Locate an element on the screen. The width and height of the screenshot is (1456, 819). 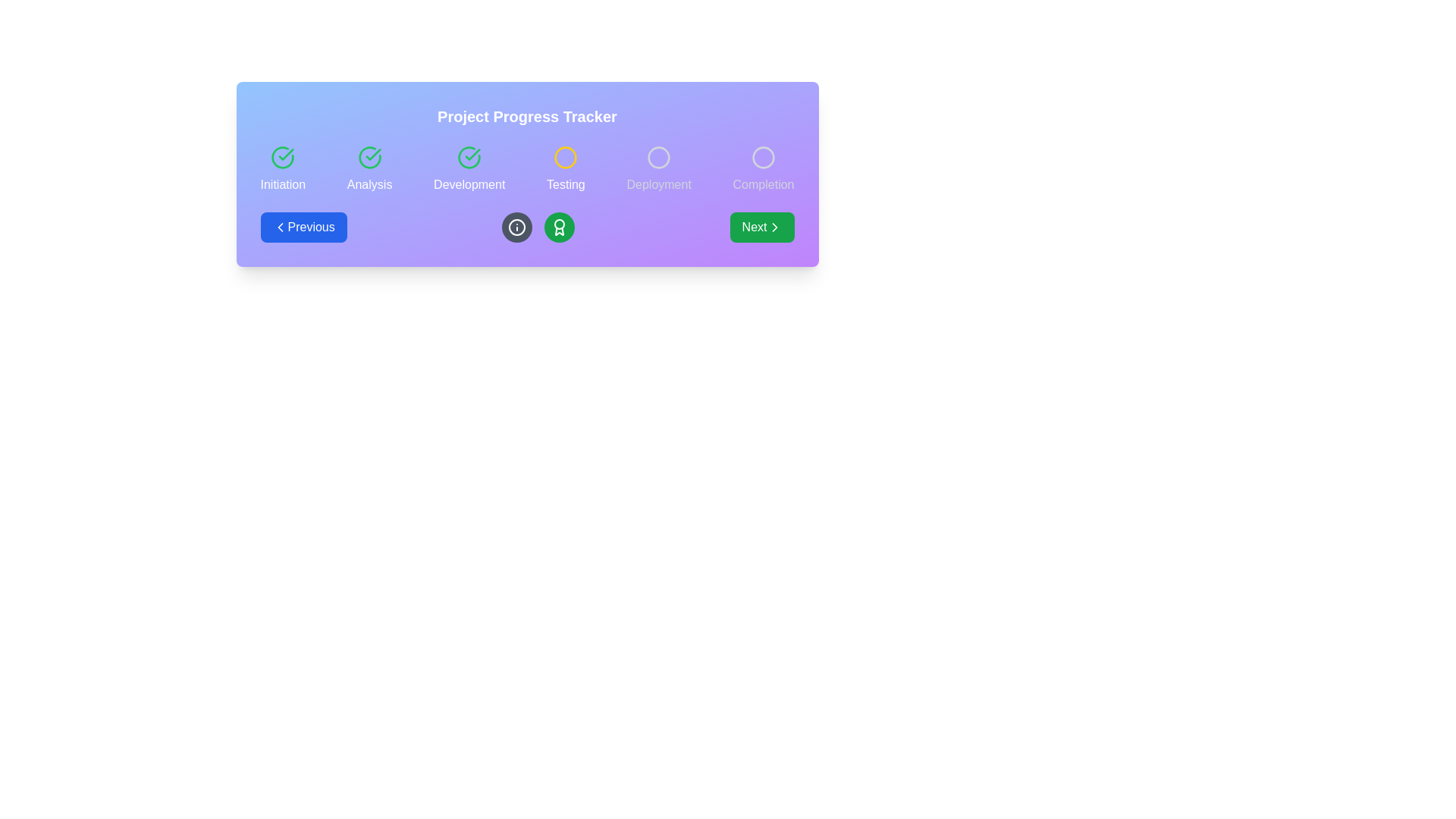
the circular green-bordered icon with a checkmark shape that indicates a completed state, associated with the label 'Analysis' below it is located at coordinates (369, 158).